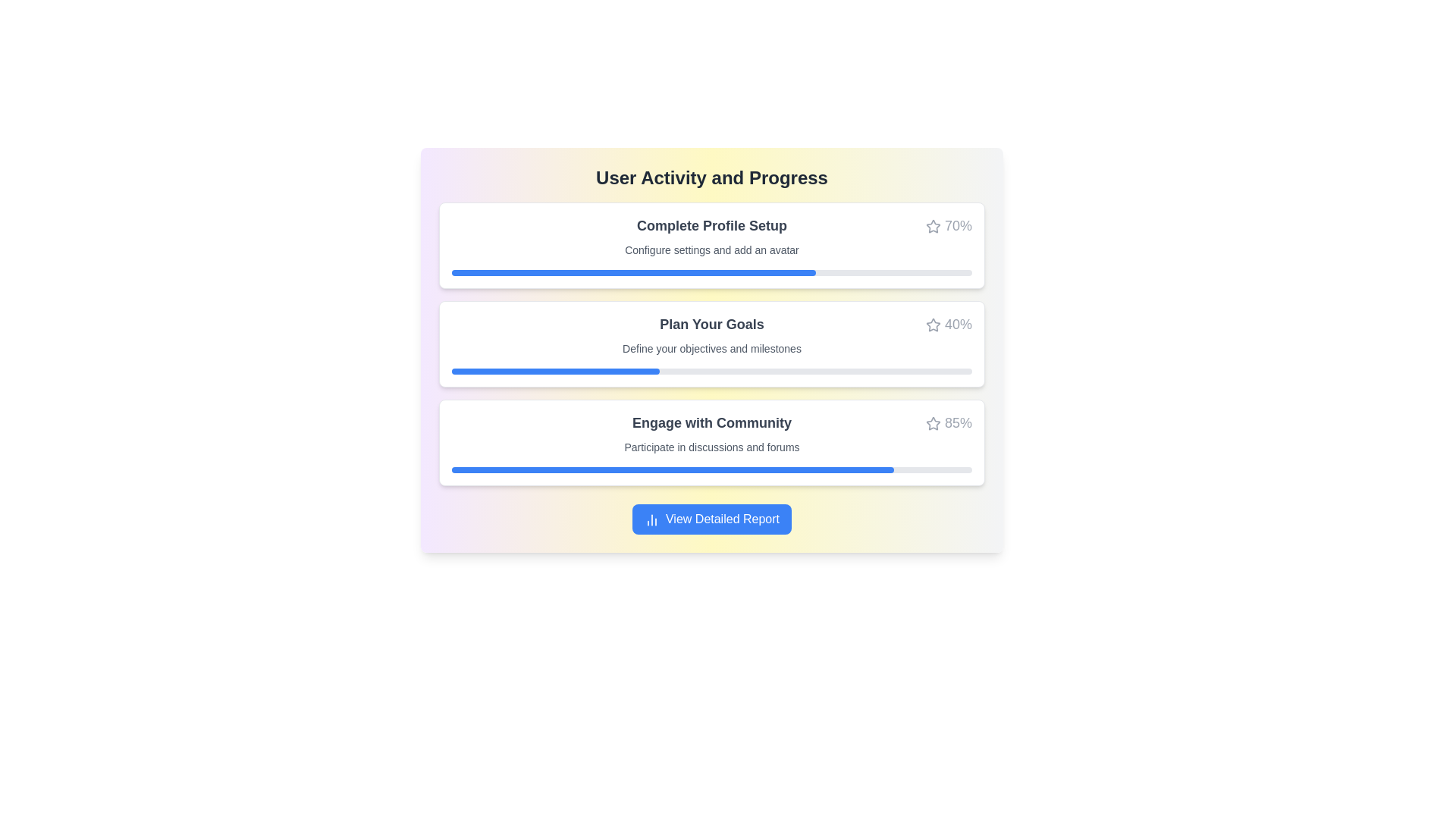 This screenshot has height=819, width=1456. What do you see at coordinates (948, 423) in the screenshot?
I see `the numeric value '85%' with a star icon located in the top-right corner of the 'Engage with Community' card, above the progress bar` at bounding box center [948, 423].